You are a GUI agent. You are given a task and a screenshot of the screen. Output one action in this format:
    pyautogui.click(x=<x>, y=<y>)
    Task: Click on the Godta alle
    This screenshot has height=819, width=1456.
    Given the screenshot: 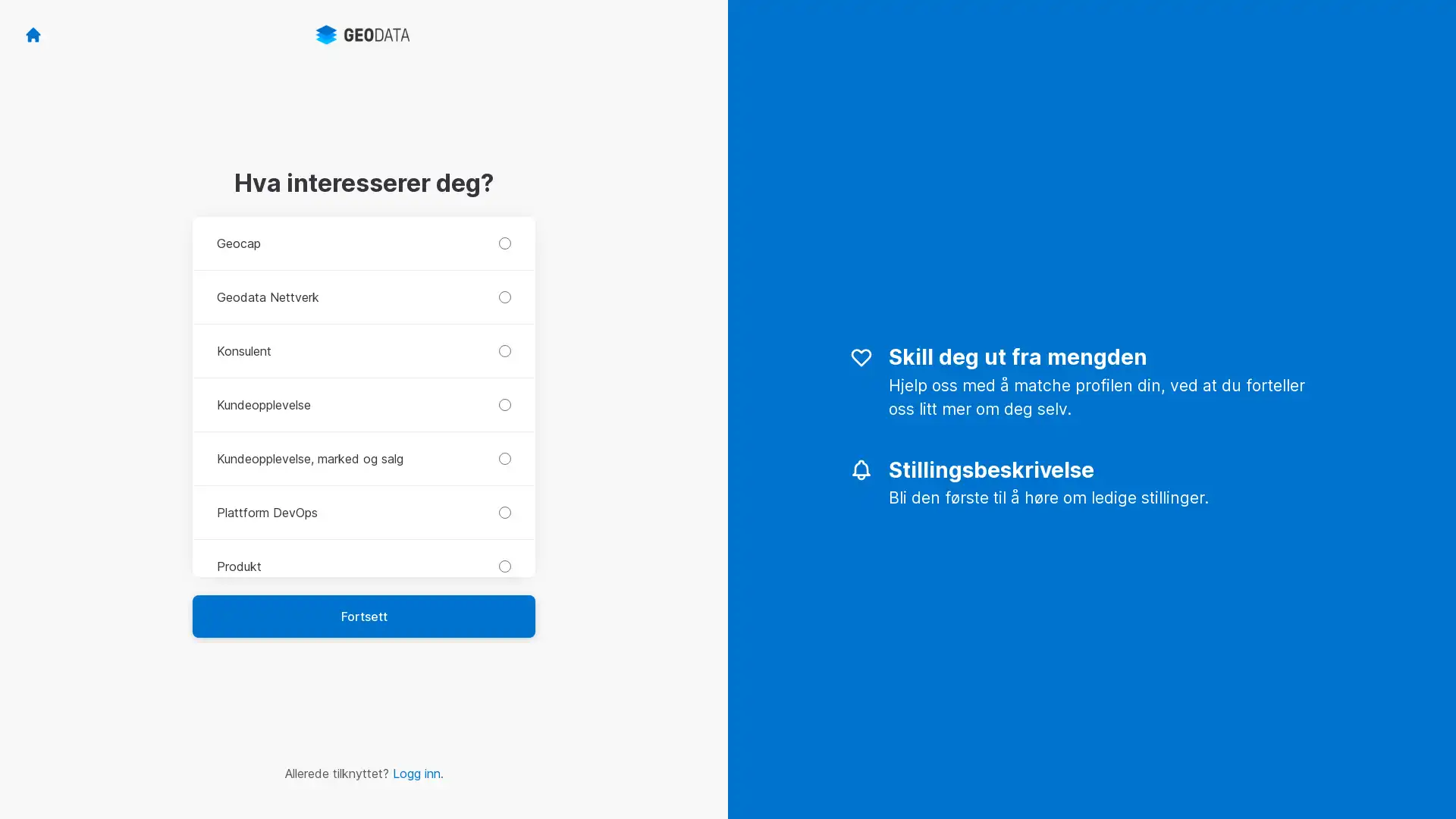 What is the action you would take?
    pyautogui.click(x=1285, y=645)
    